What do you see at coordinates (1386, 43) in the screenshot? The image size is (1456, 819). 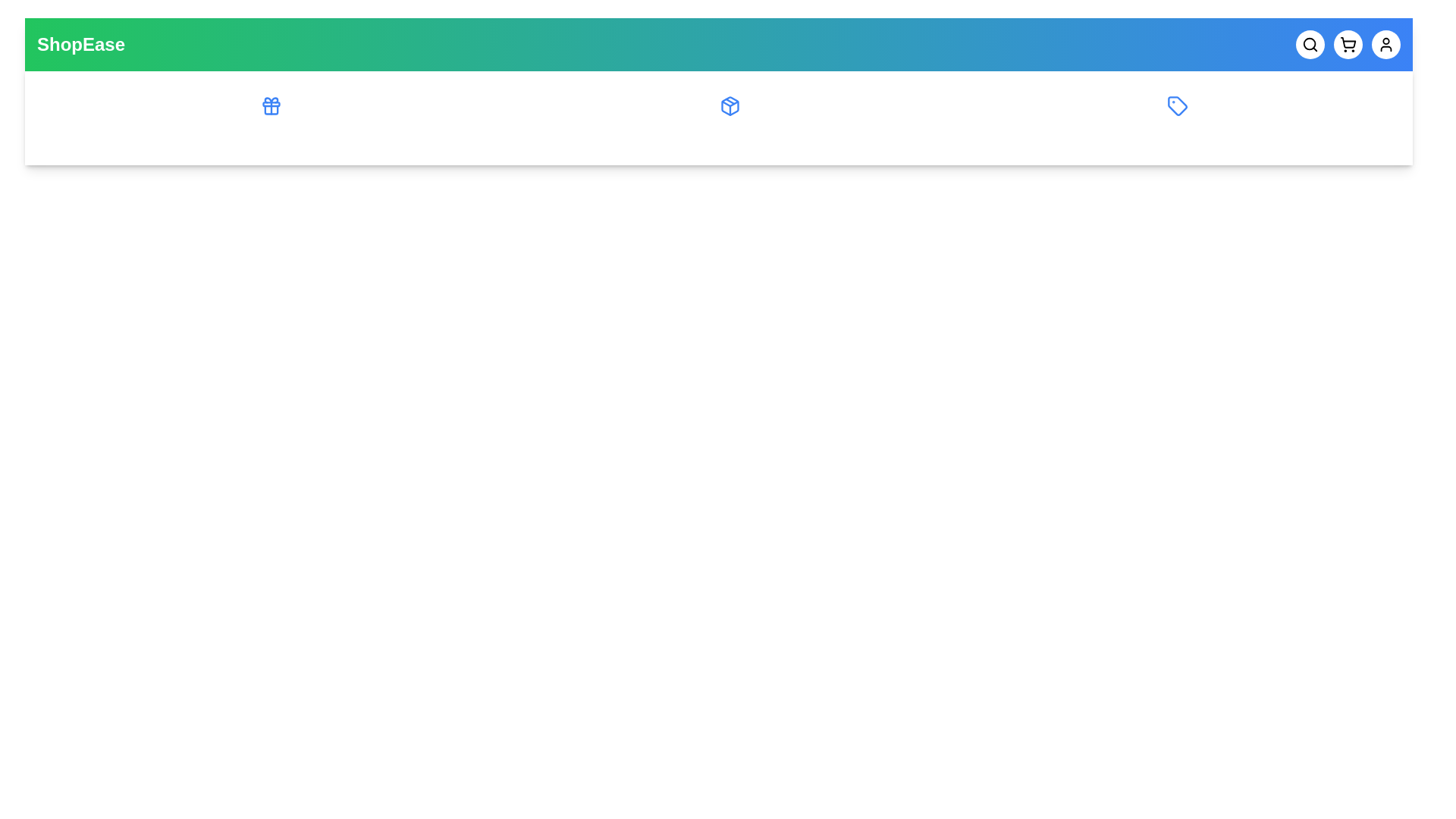 I see `the 'User' icon button to view user-related options` at bounding box center [1386, 43].